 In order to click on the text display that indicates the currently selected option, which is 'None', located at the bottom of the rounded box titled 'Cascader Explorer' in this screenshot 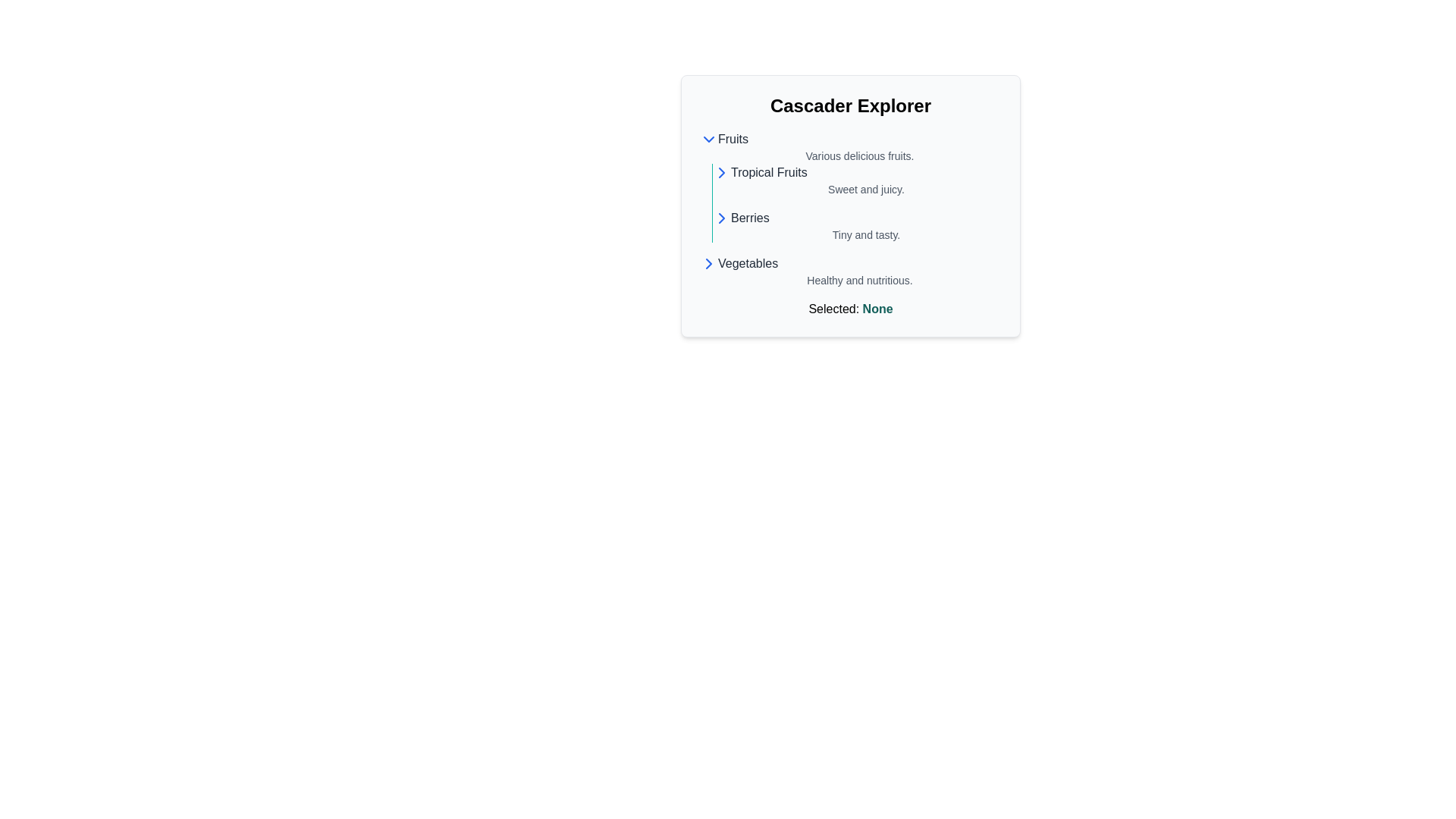, I will do `click(851, 309)`.